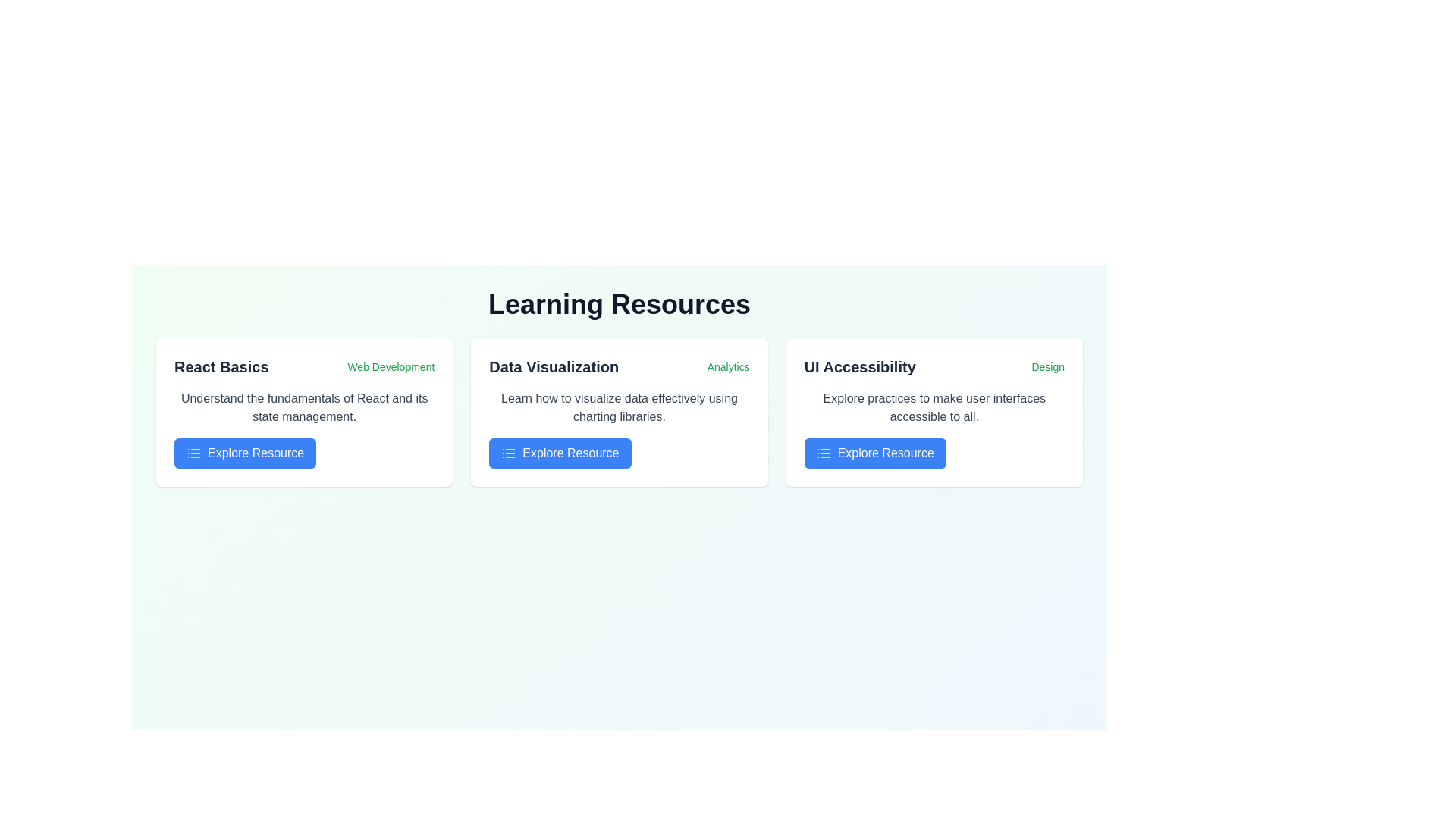  What do you see at coordinates (1047, 366) in the screenshot?
I see `the green text label reading 'Design' located in the 'UI Accessibility' section, aligned to the right of the text 'UI Accessibility'` at bounding box center [1047, 366].